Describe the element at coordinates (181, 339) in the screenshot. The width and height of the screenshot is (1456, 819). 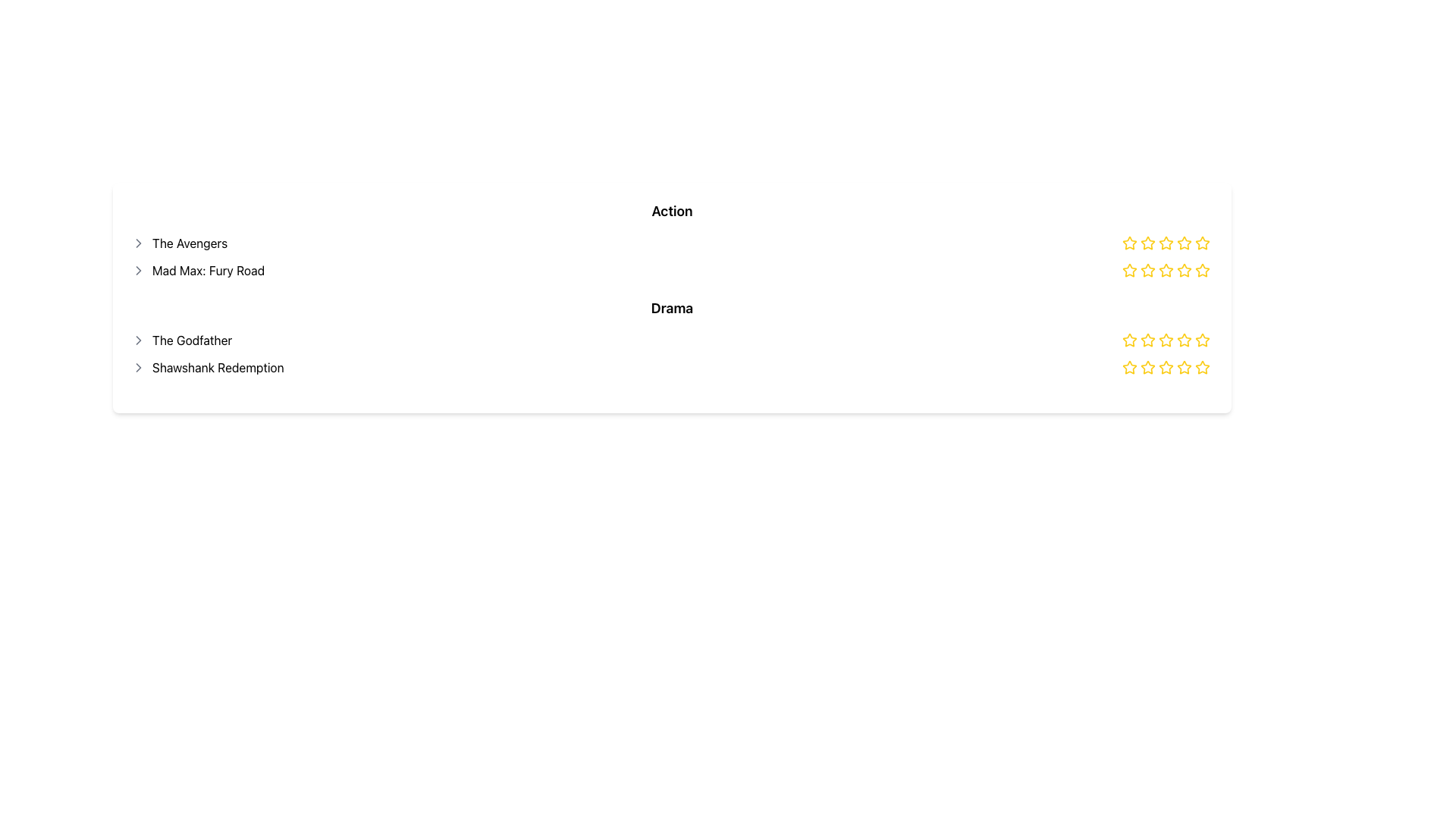
I see `the icon next to the text label that represents a movie entry in the list` at that location.